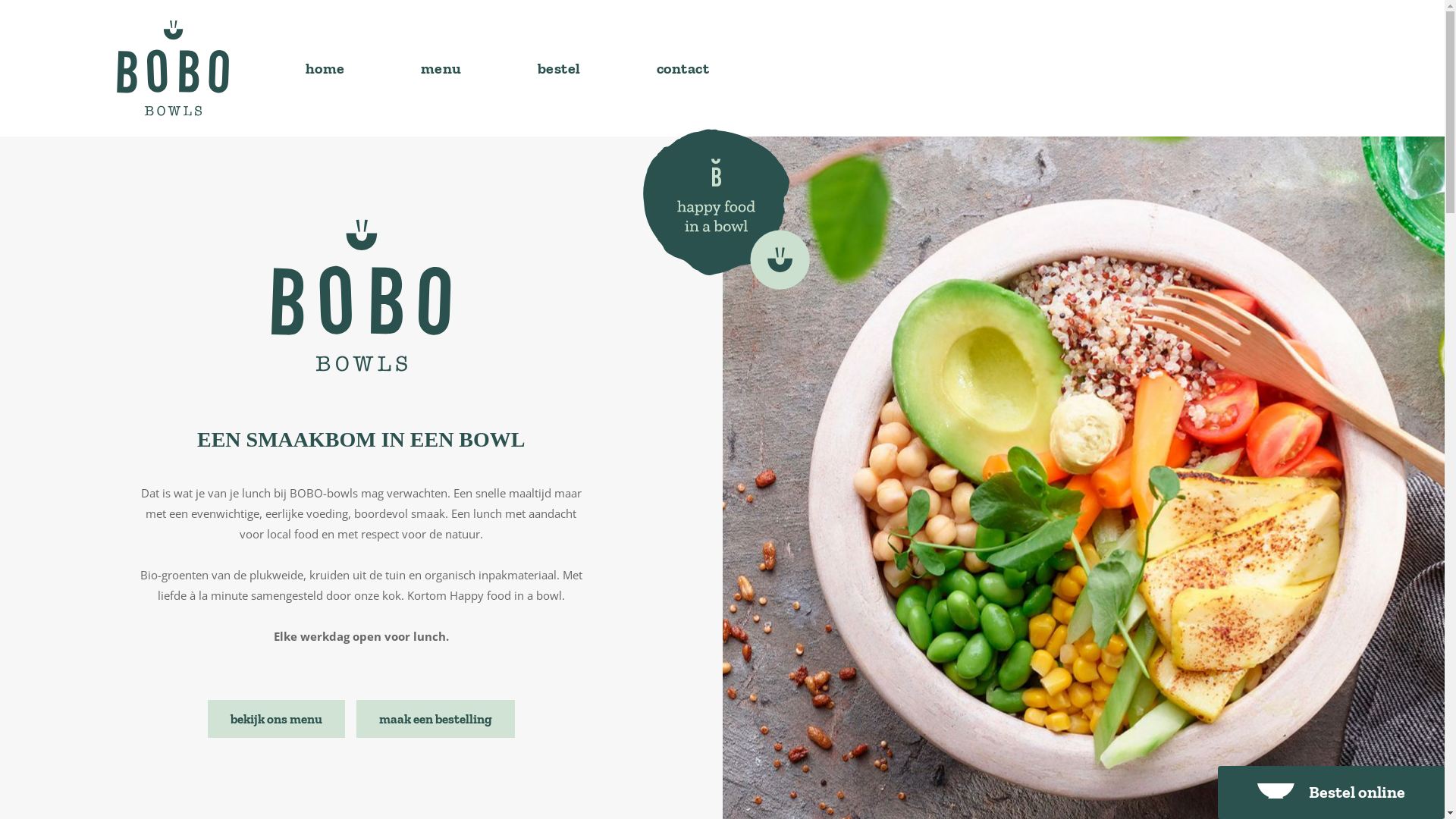  What do you see at coordinates (323, 67) in the screenshot?
I see `'home'` at bounding box center [323, 67].